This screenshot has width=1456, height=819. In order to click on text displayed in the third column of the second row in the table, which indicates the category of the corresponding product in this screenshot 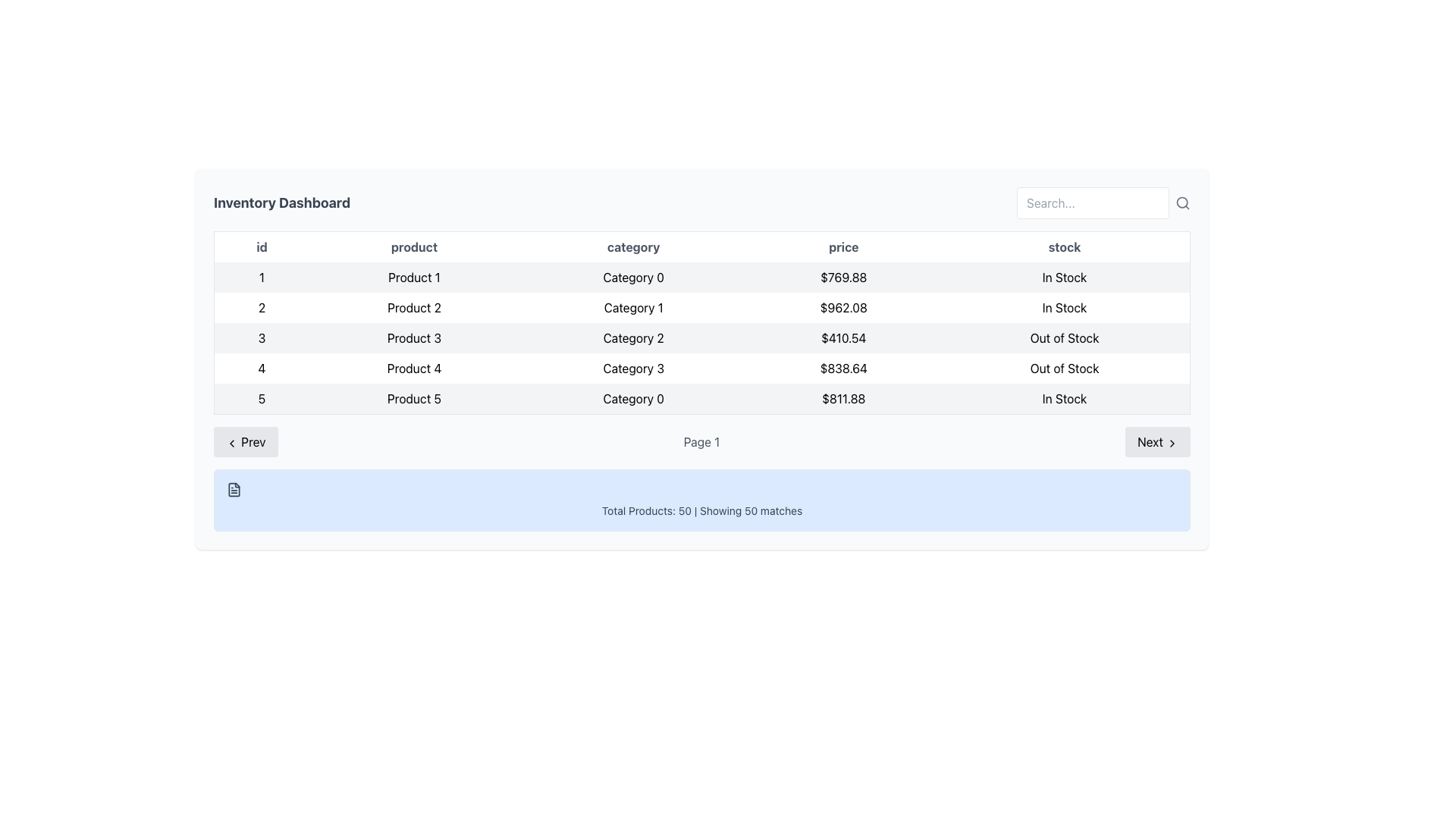, I will do `click(633, 307)`.